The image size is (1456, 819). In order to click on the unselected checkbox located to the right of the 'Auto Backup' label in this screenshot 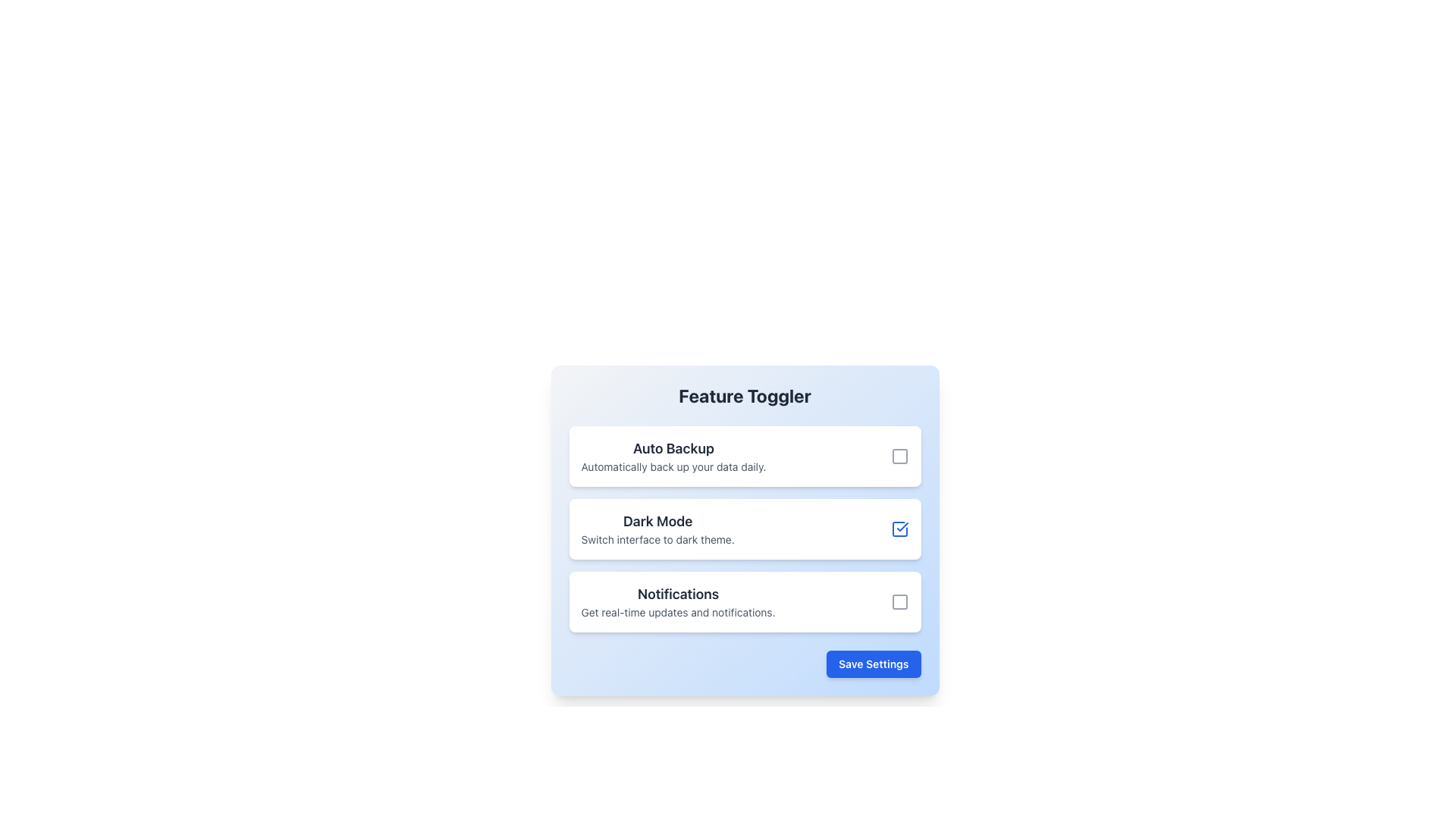, I will do `click(899, 455)`.